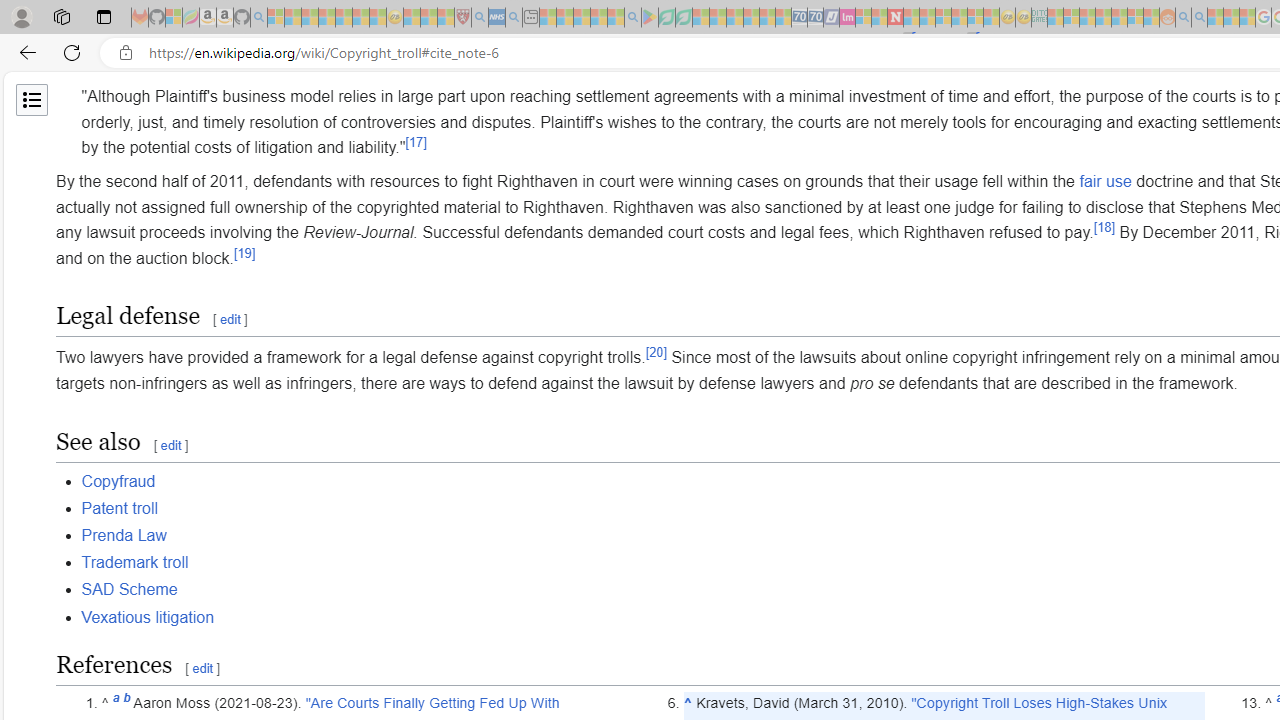  I want to click on 'Microsoft-Report a Concern to Bing - Sleeping', so click(174, 17).